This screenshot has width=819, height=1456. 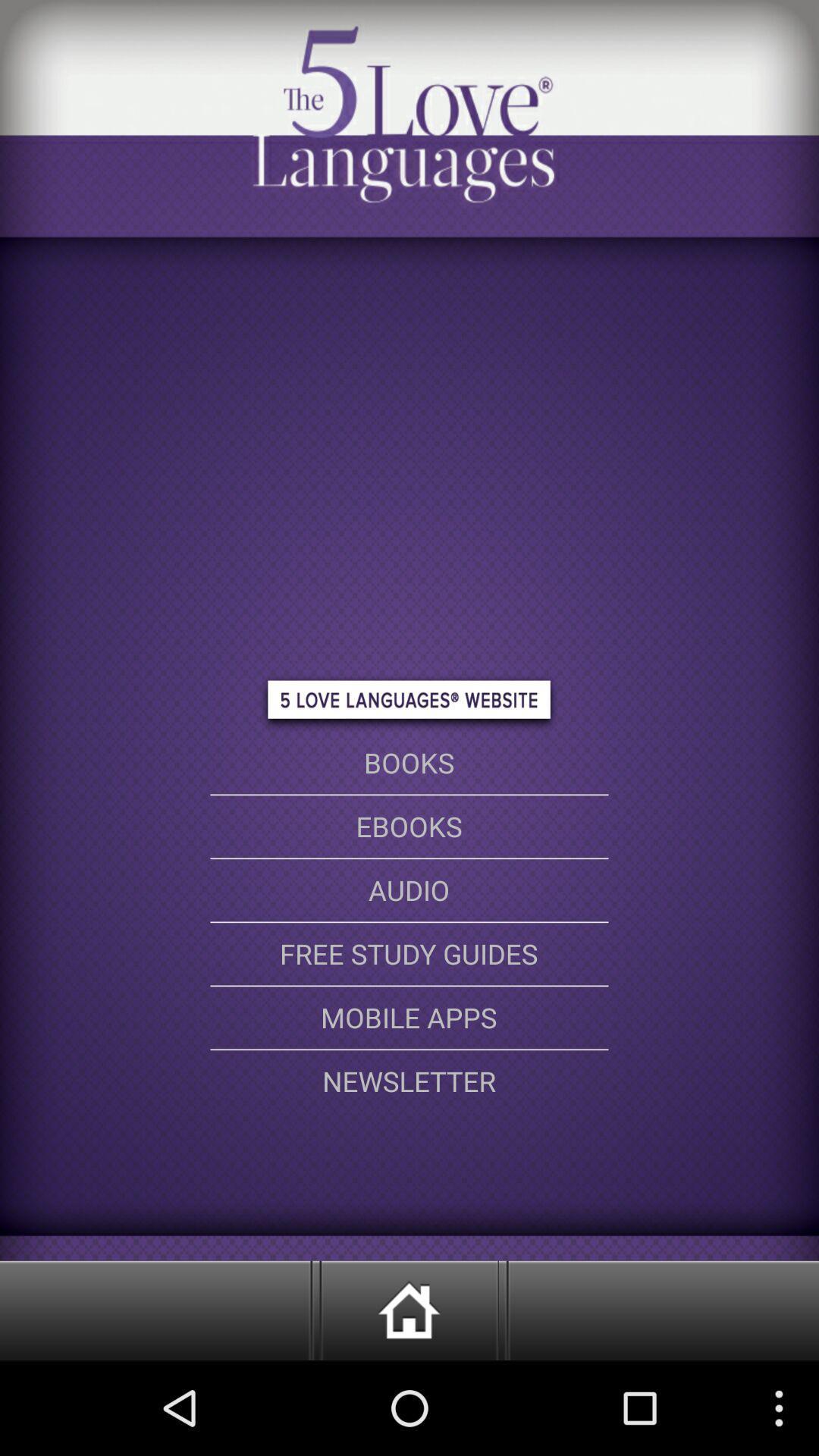 What do you see at coordinates (409, 1018) in the screenshot?
I see `the option above newsletter` at bounding box center [409, 1018].